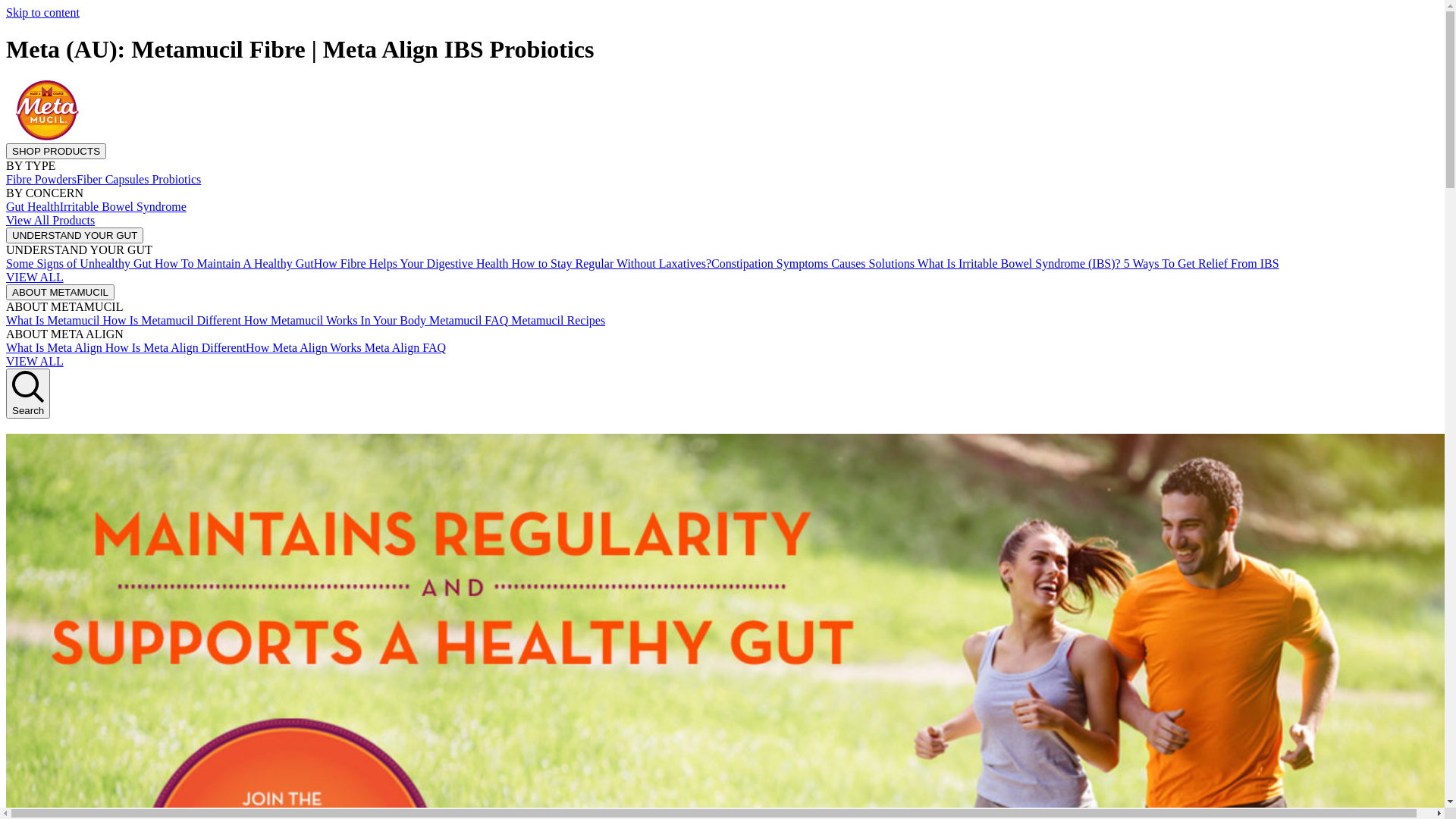 The width and height of the screenshot is (1456, 819). Describe the element at coordinates (53, 319) in the screenshot. I see `'What Is Metamucil'` at that location.